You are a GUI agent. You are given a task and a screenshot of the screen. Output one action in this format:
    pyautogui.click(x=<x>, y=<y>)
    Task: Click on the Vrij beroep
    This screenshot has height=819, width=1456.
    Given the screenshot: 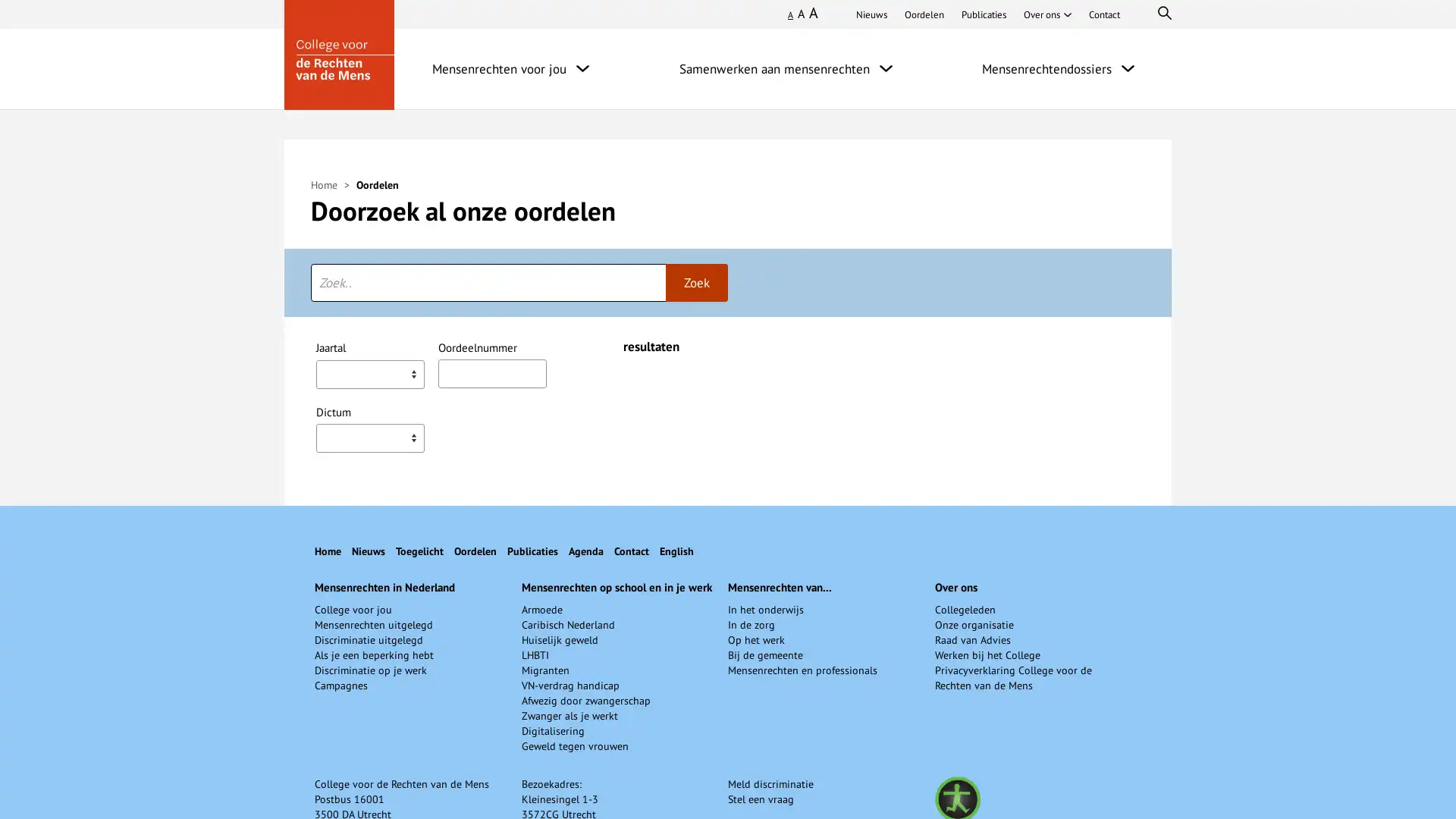 What is the action you would take?
    pyautogui.click(x=813, y=611)
    